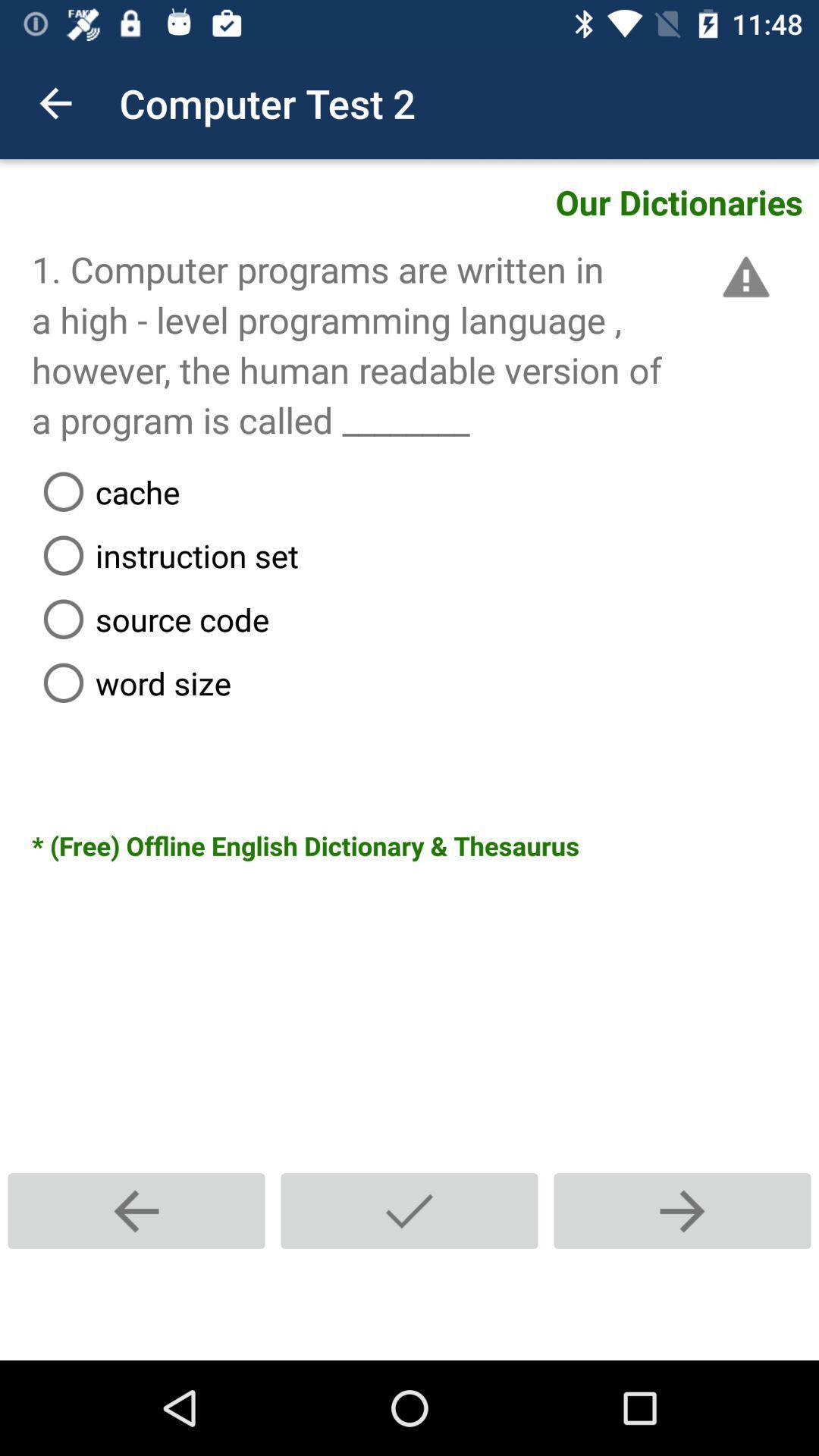  What do you see at coordinates (425, 619) in the screenshot?
I see `the source code item` at bounding box center [425, 619].